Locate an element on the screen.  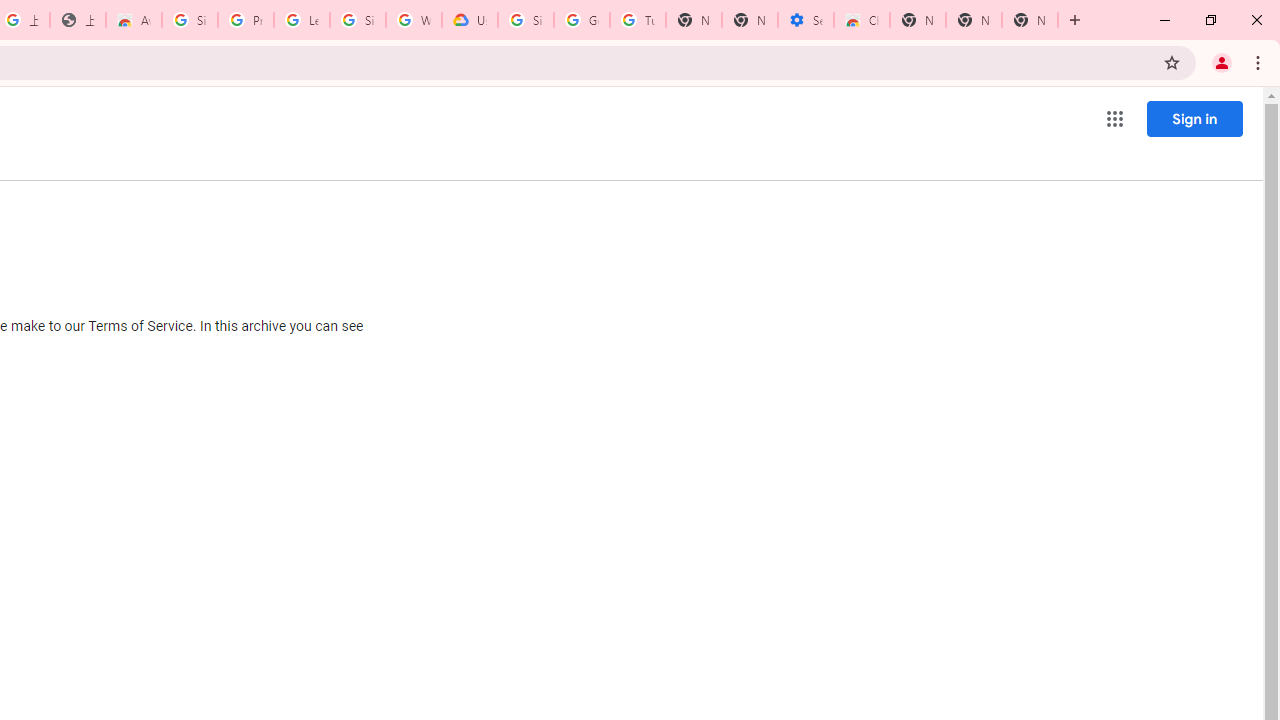
'Who are Google' is located at coordinates (413, 20).